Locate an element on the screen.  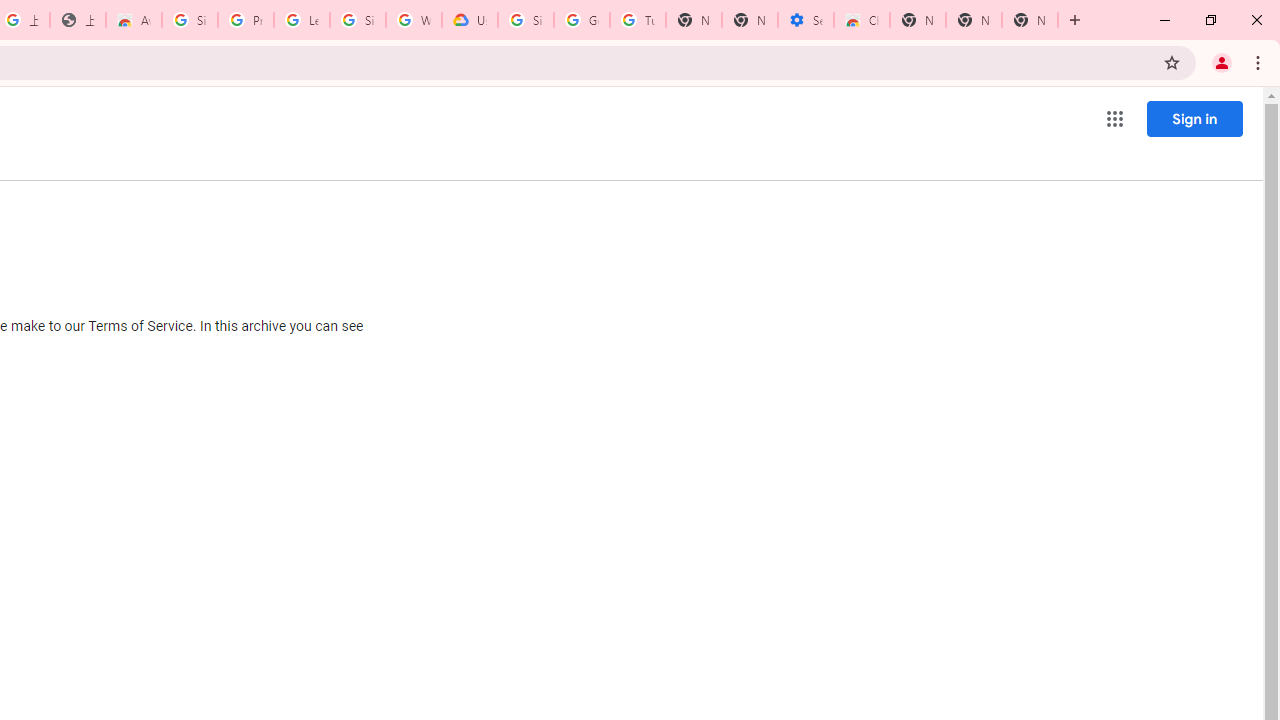
'Who are Google' is located at coordinates (413, 20).